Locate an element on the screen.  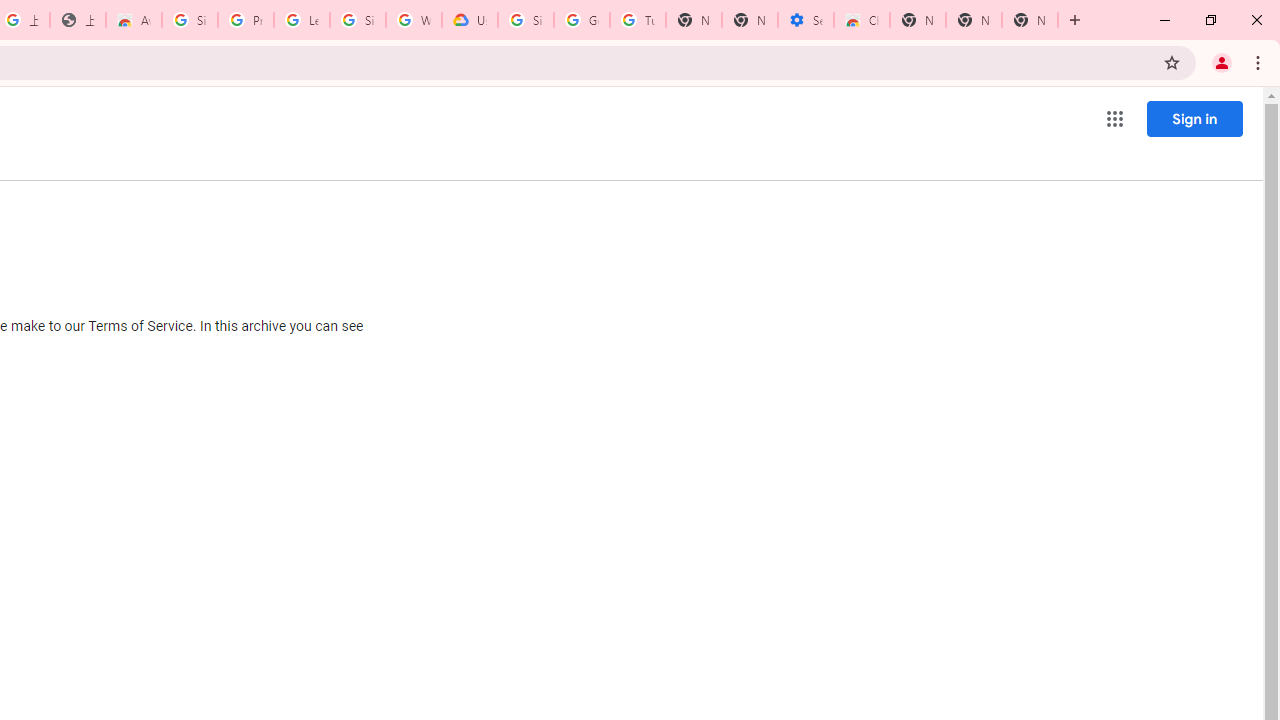
'Who are Google' is located at coordinates (413, 20).